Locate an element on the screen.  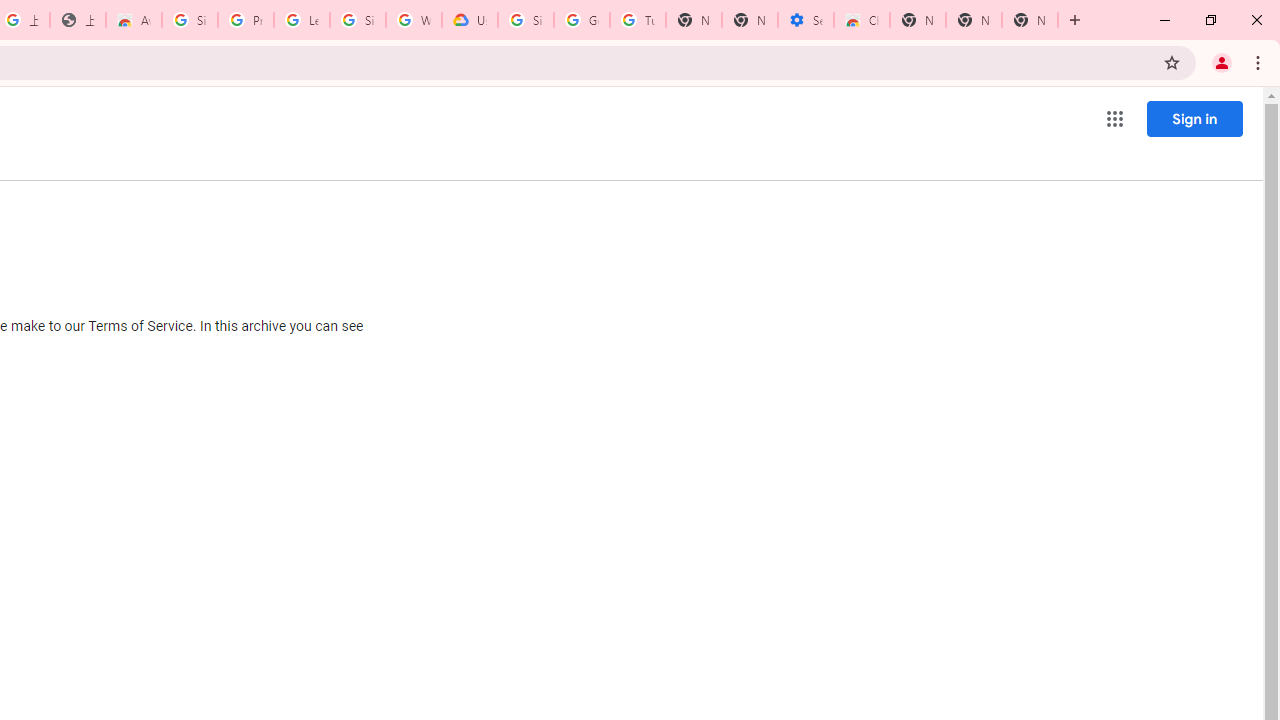
'Who are Google' is located at coordinates (413, 20).